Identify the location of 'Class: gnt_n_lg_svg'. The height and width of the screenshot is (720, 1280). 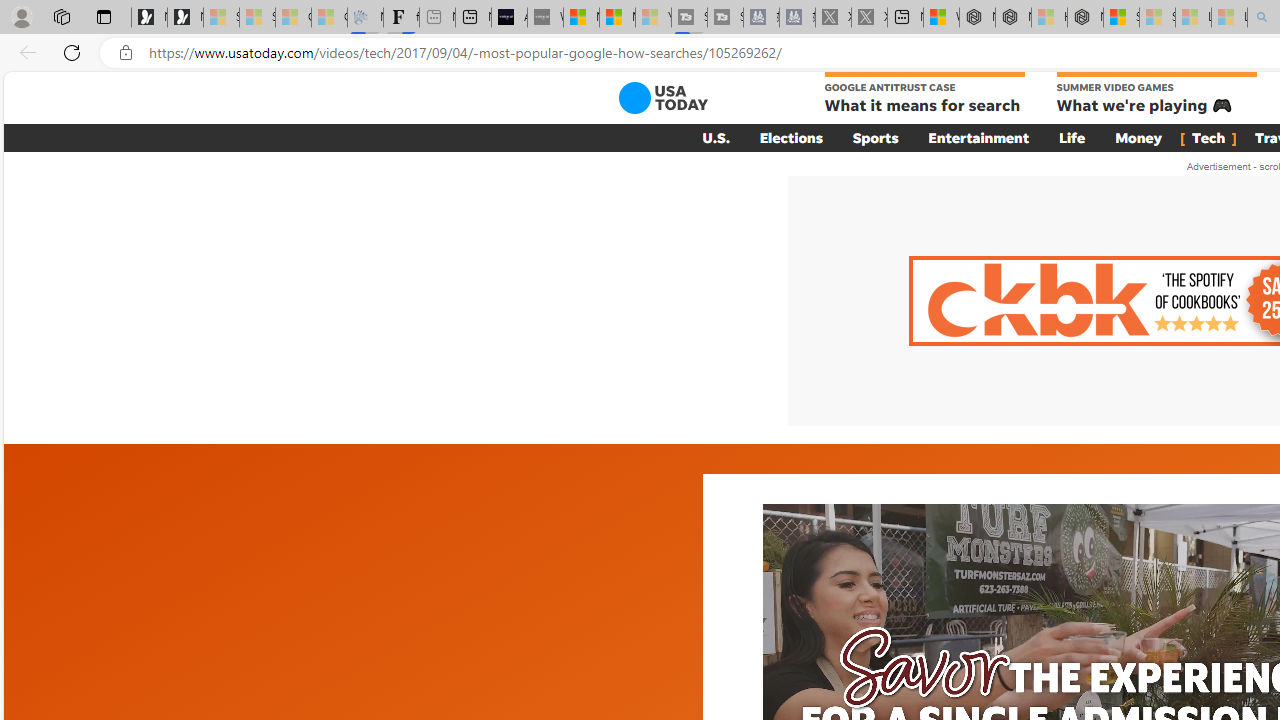
(663, 97).